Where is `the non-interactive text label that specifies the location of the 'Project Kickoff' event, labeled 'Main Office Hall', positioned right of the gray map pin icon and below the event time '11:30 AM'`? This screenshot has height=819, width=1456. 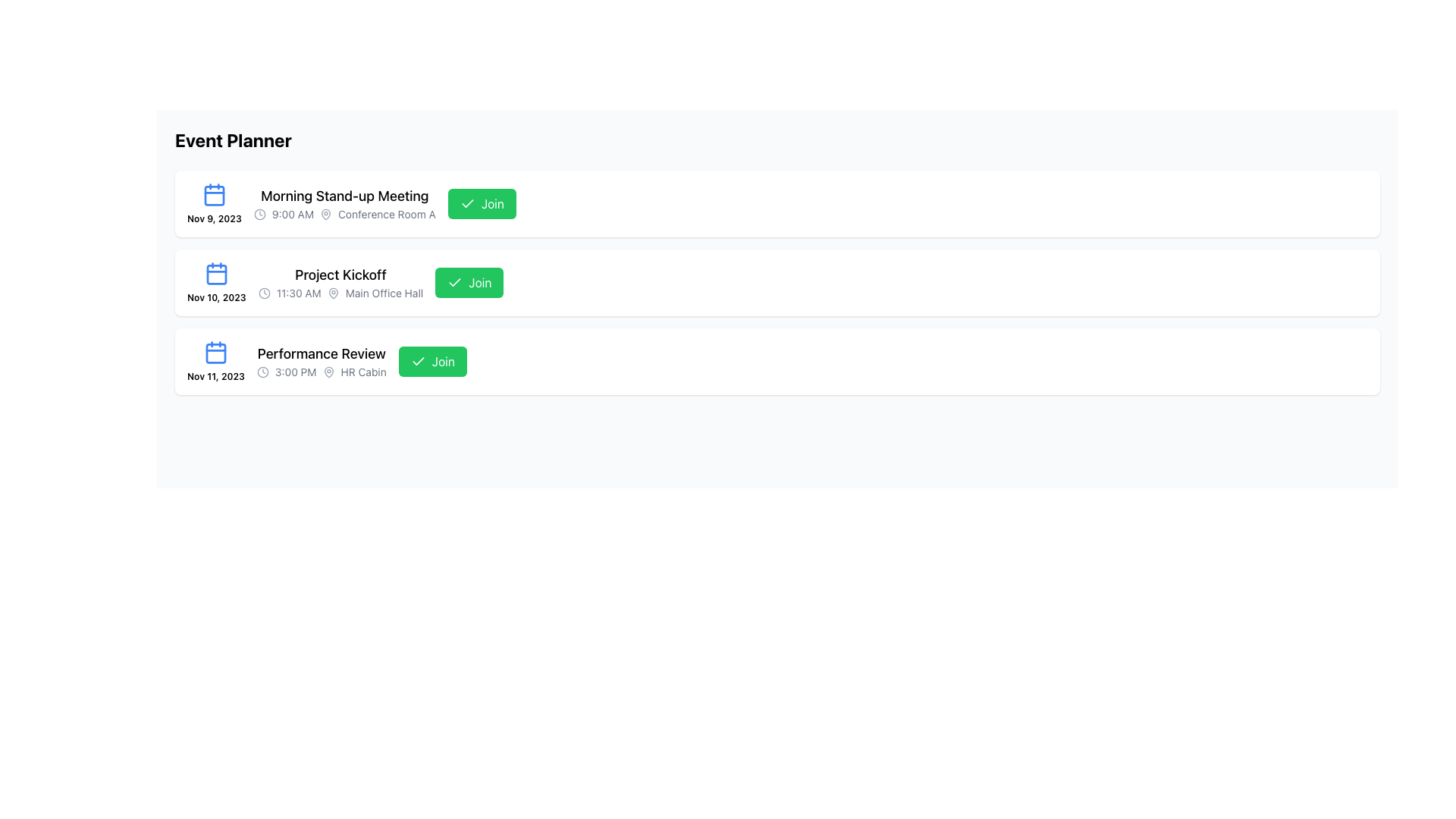 the non-interactive text label that specifies the location of the 'Project Kickoff' event, labeled 'Main Office Hall', positioned right of the gray map pin icon and below the event time '11:30 AM' is located at coordinates (384, 293).